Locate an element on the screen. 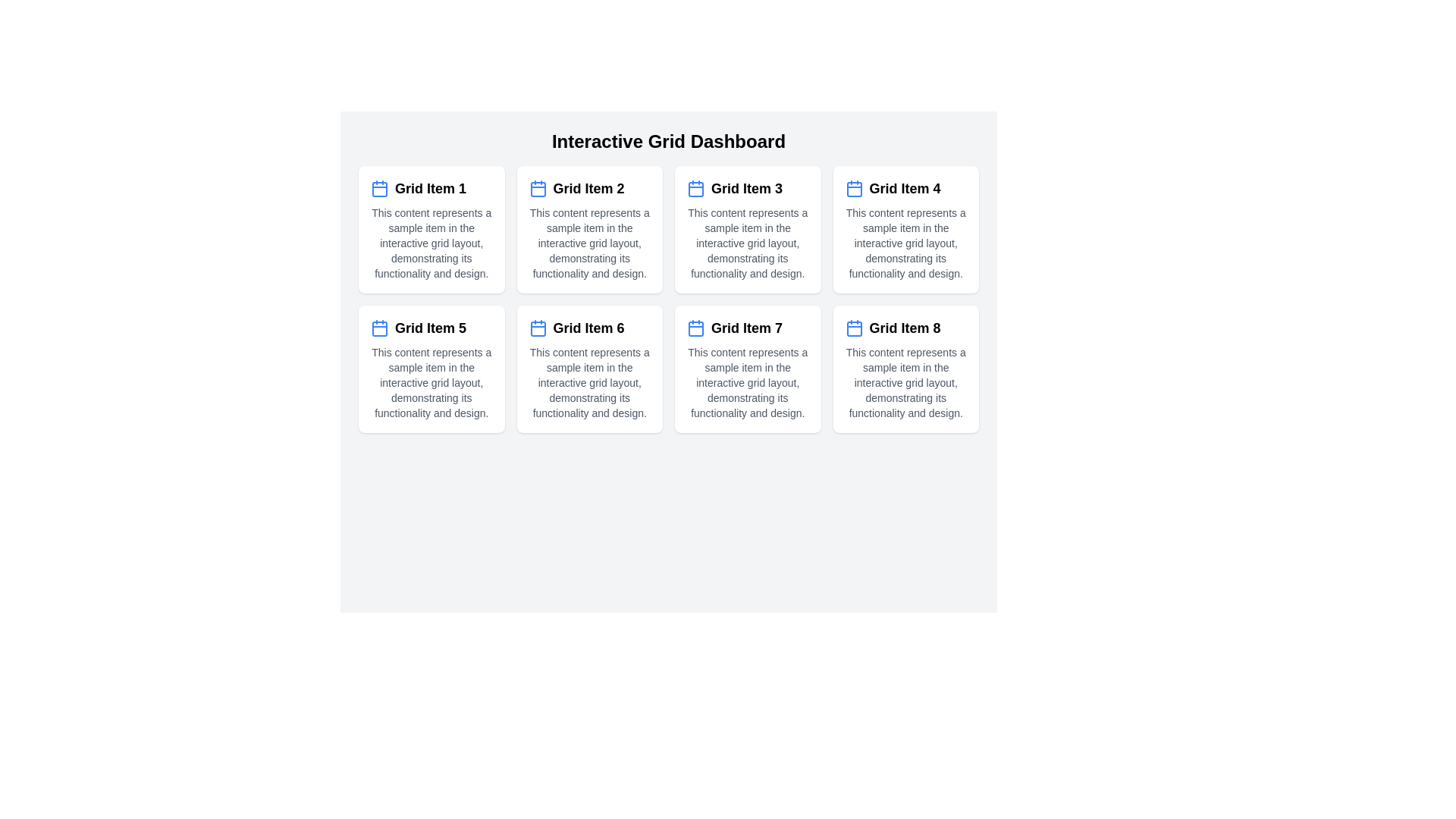 The width and height of the screenshot is (1456, 819). the Text label (header) which serves as a title for the associated grid item, located in the bottom row and fourth column of the grid layout is located at coordinates (905, 327).